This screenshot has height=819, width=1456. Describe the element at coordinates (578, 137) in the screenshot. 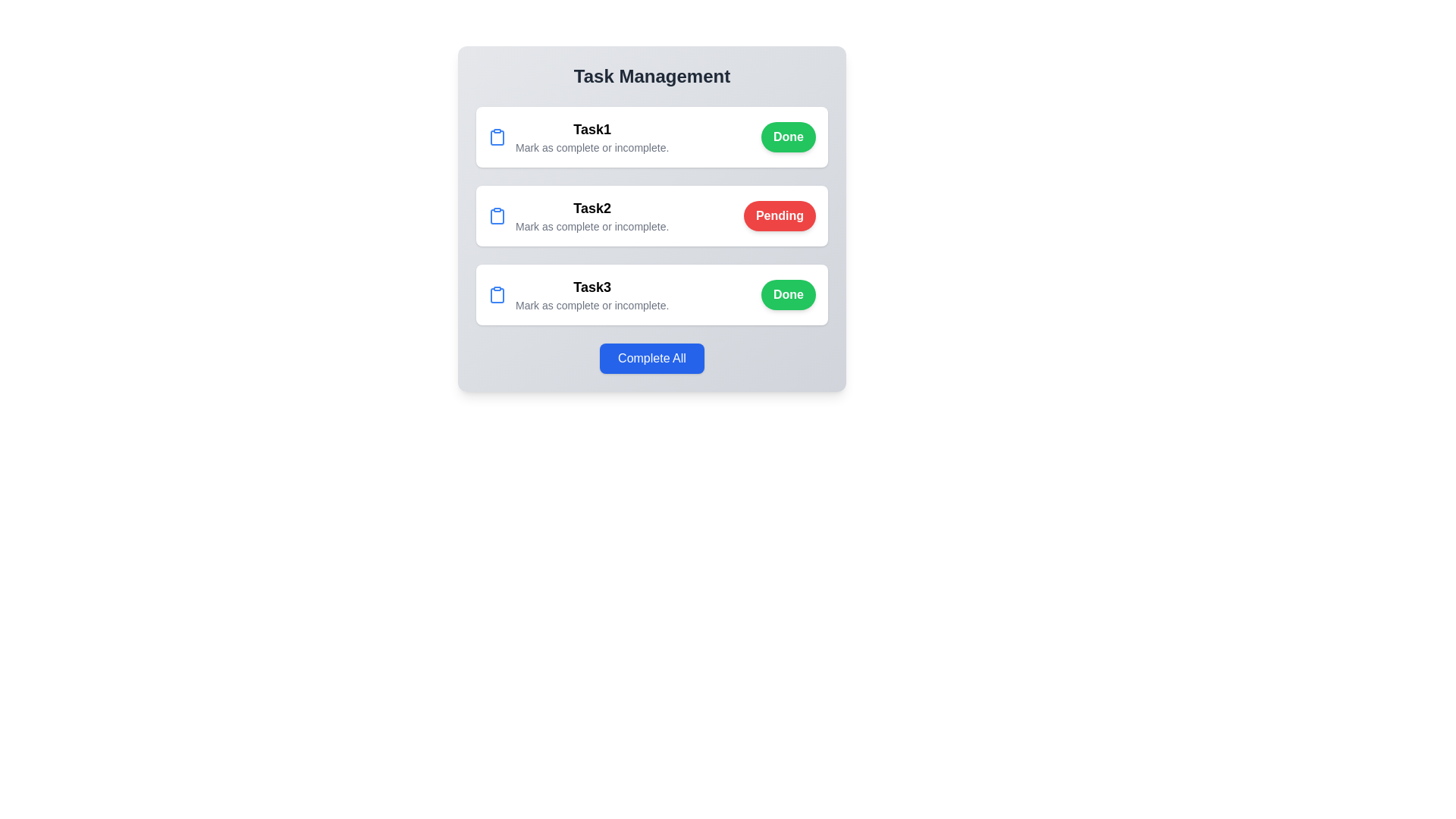

I see `the task description to read it` at that location.